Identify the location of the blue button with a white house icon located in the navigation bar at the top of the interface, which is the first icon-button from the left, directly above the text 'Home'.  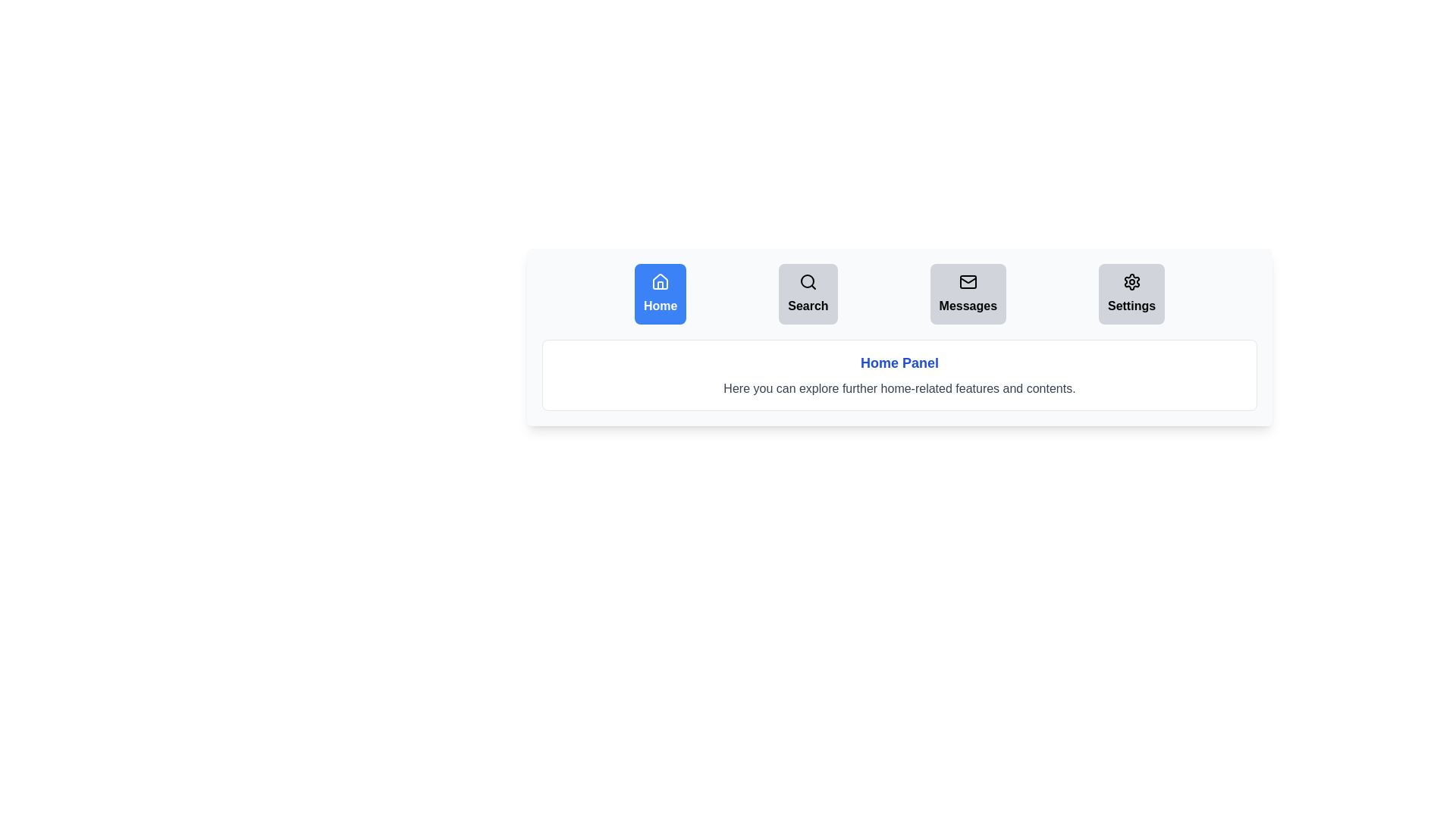
(661, 285).